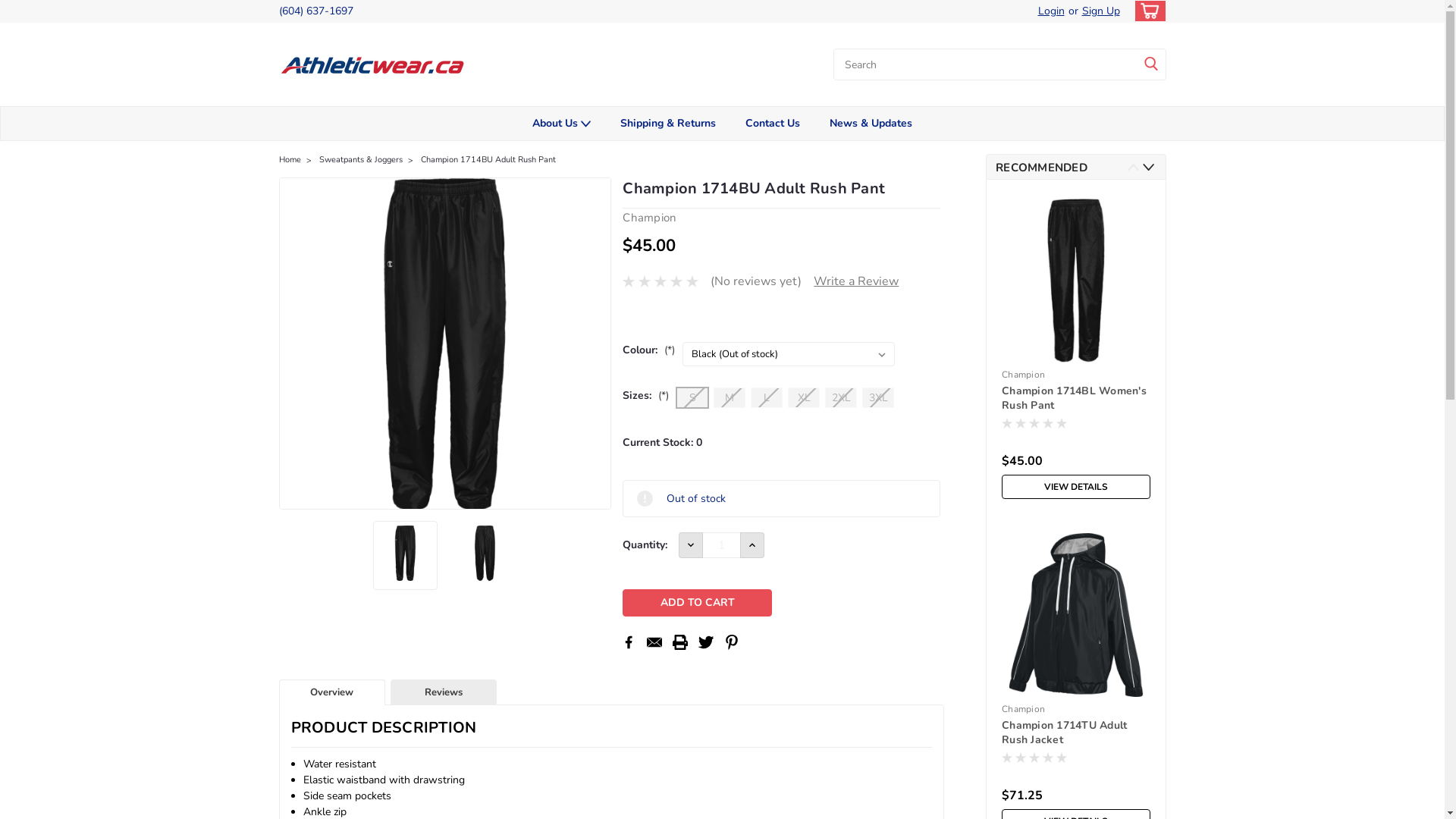 The image size is (1456, 819). I want to click on 'Sweatpants & Joggers', so click(359, 159).